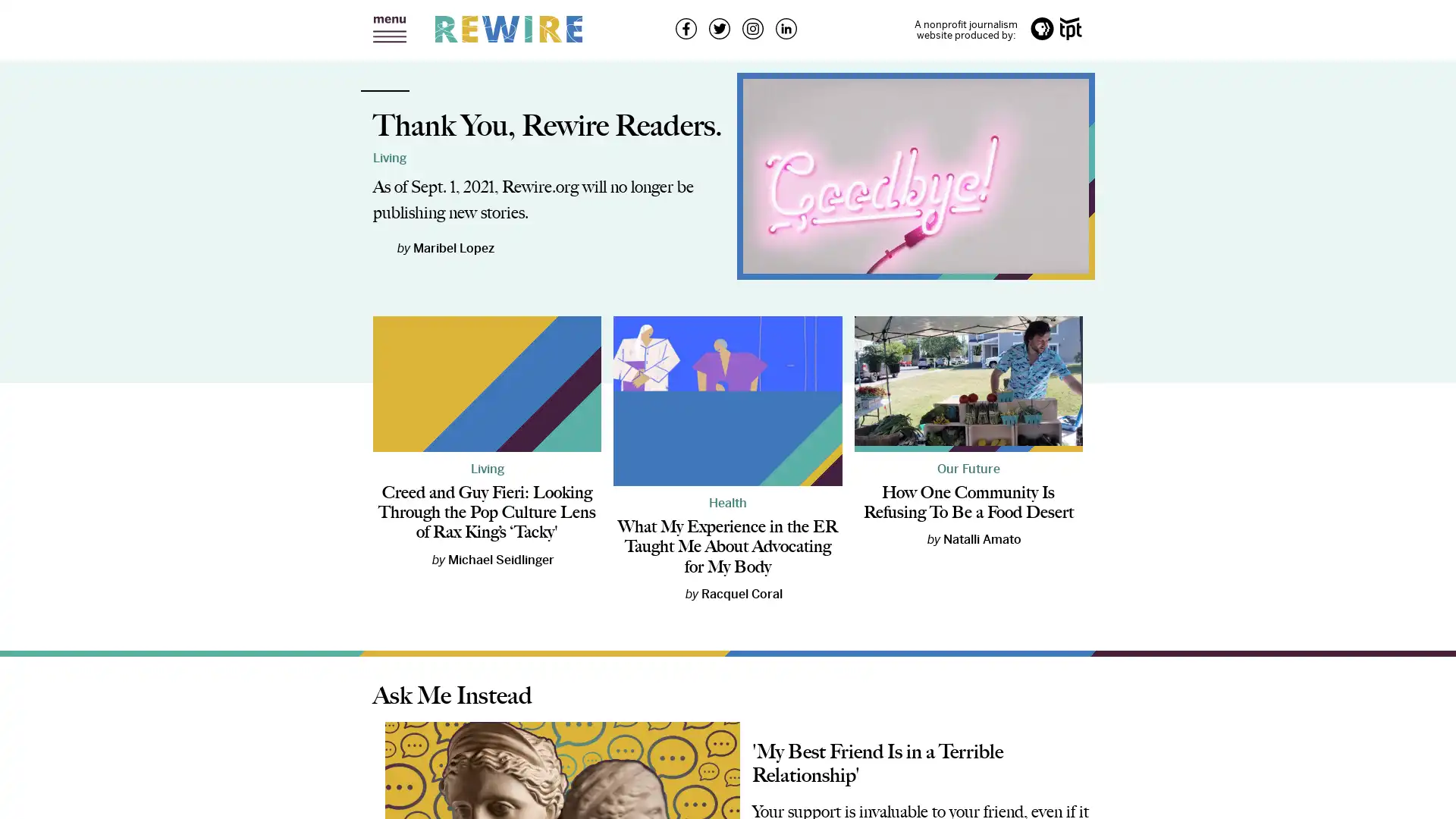 This screenshot has width=1456, height=819. I want to click on Main Navigation Menu, so click(389, 30).